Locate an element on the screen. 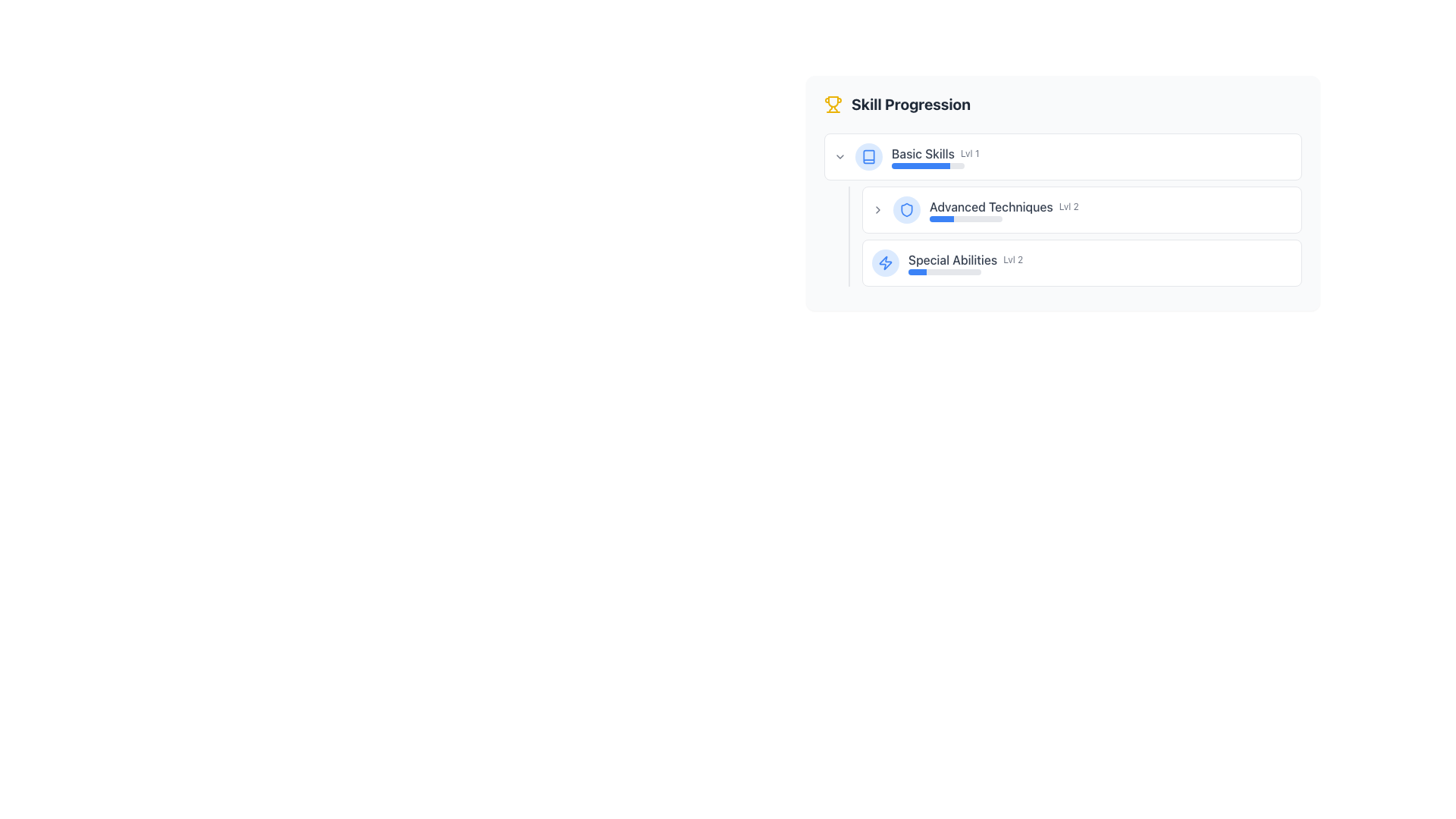 Image resolution: width=1456 pixels, height=819 pixels. the Progress Bar representing 80% completion located below the text 'Basic Skills Lvl 1' in the 'Skill Progression' panel is located at coordinates (927, 166).